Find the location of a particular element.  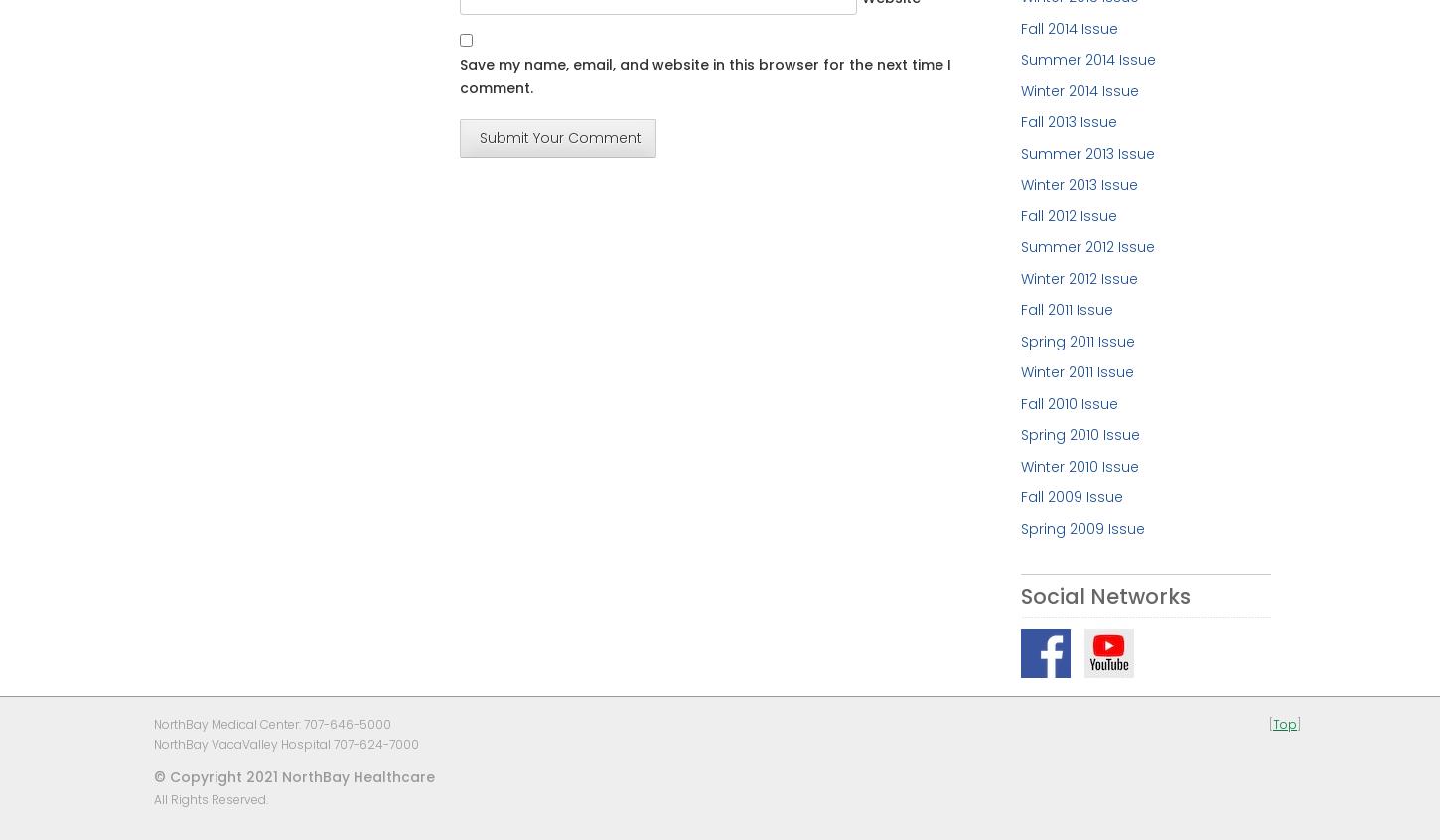

'Winter 2013 Issue' is located at coordinates (1079, 184).